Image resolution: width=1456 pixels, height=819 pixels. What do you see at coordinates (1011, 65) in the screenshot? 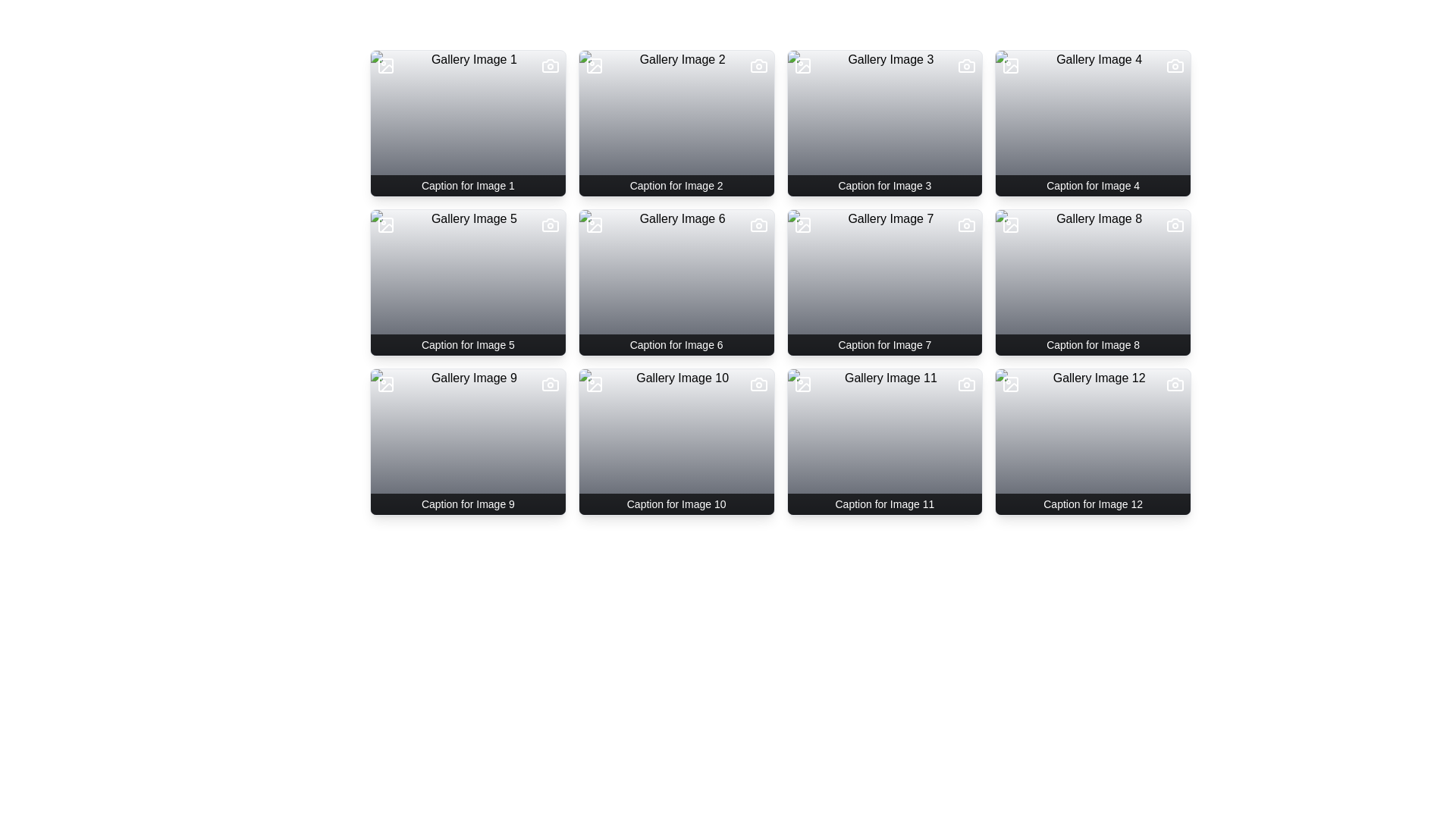
I see `the Decorative SVG shape (rounded rectangle) located in the top-left corner of the 'Gallery Image 4' card, which is part of an icon resembling an image frame` at bounding box center [1011, 65].